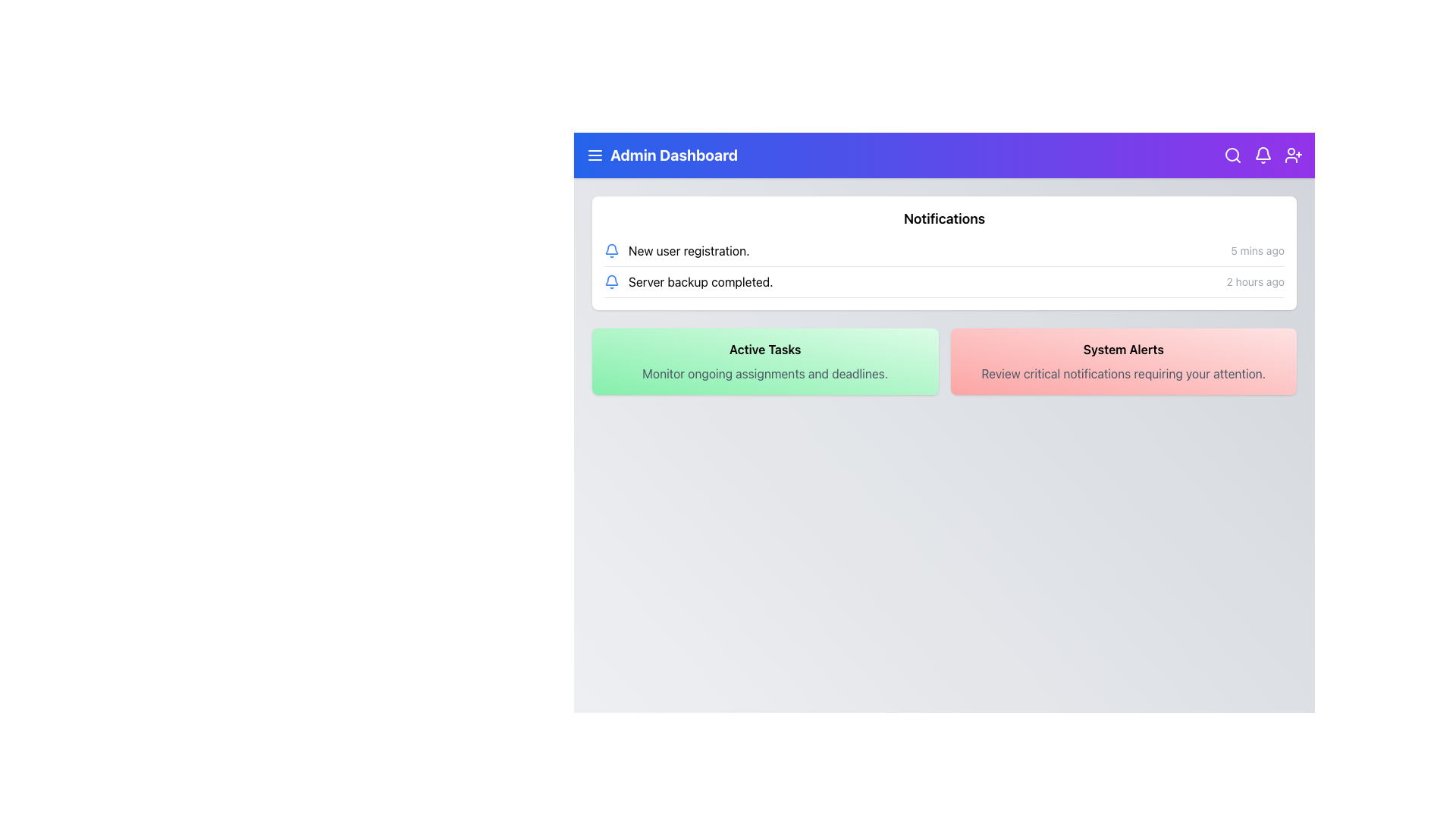 The height and width of the screenshot is (819, 1456). What do you see at coordinates (1233, 155) in the screenshot?
I see `the search icon button located in the top-right corner of the header bar` at bounding box center [1233, 155].